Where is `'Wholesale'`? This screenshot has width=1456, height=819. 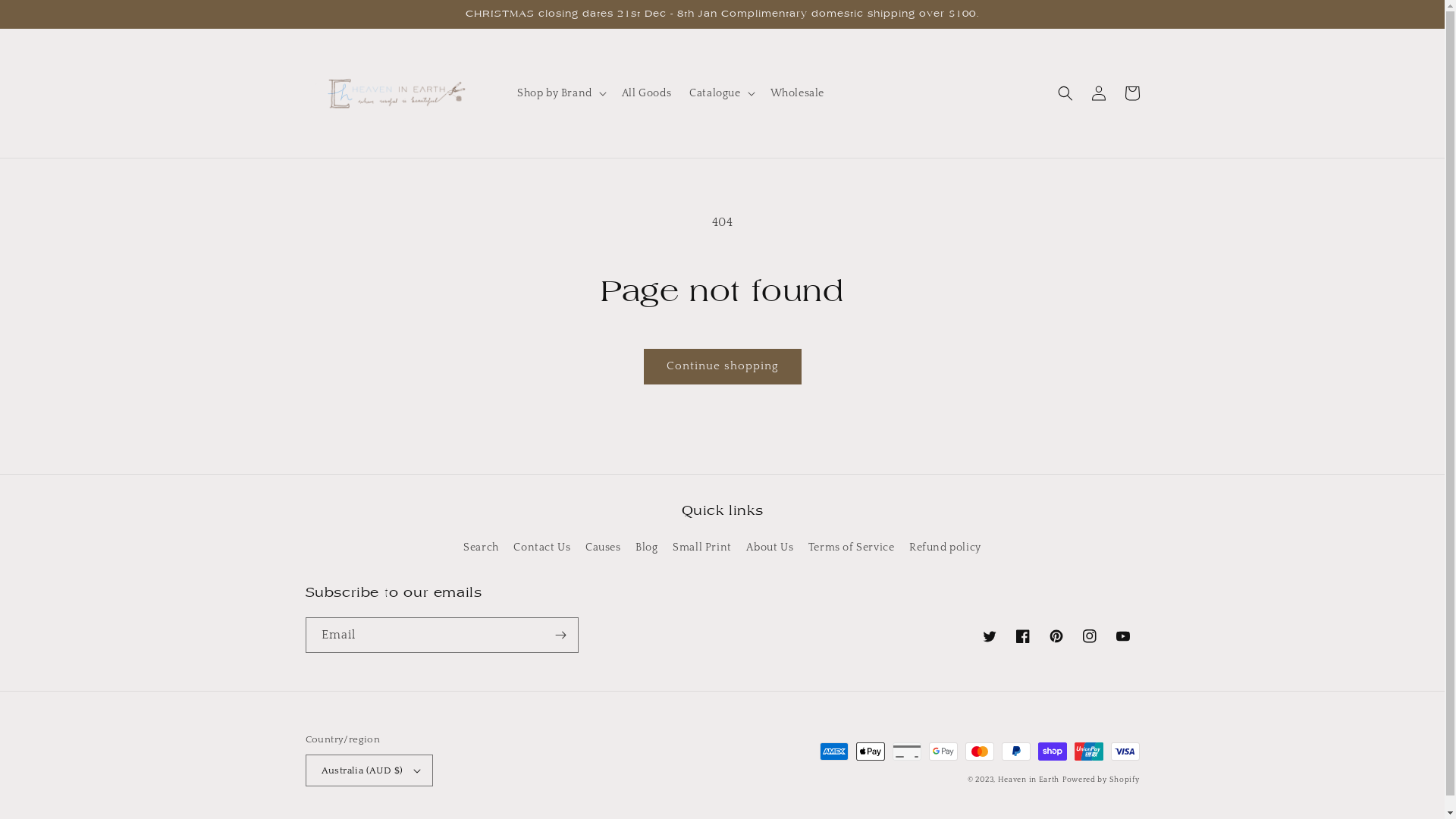
'Wholesale' is located at coordinates (796, 93).